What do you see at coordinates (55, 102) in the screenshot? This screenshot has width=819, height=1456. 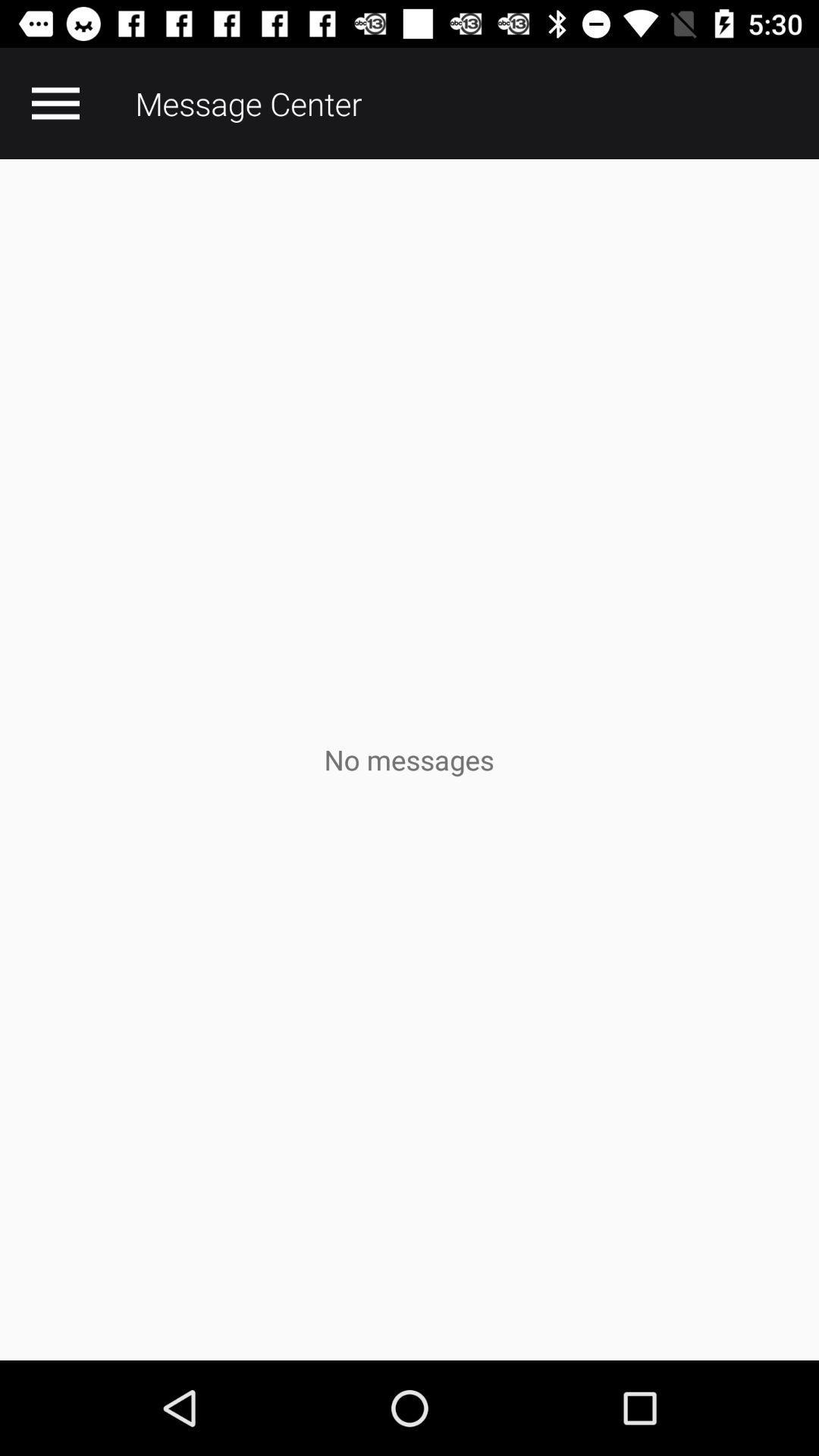 I see `the app to the left of the message center icon` at bounding box center [55, 102].